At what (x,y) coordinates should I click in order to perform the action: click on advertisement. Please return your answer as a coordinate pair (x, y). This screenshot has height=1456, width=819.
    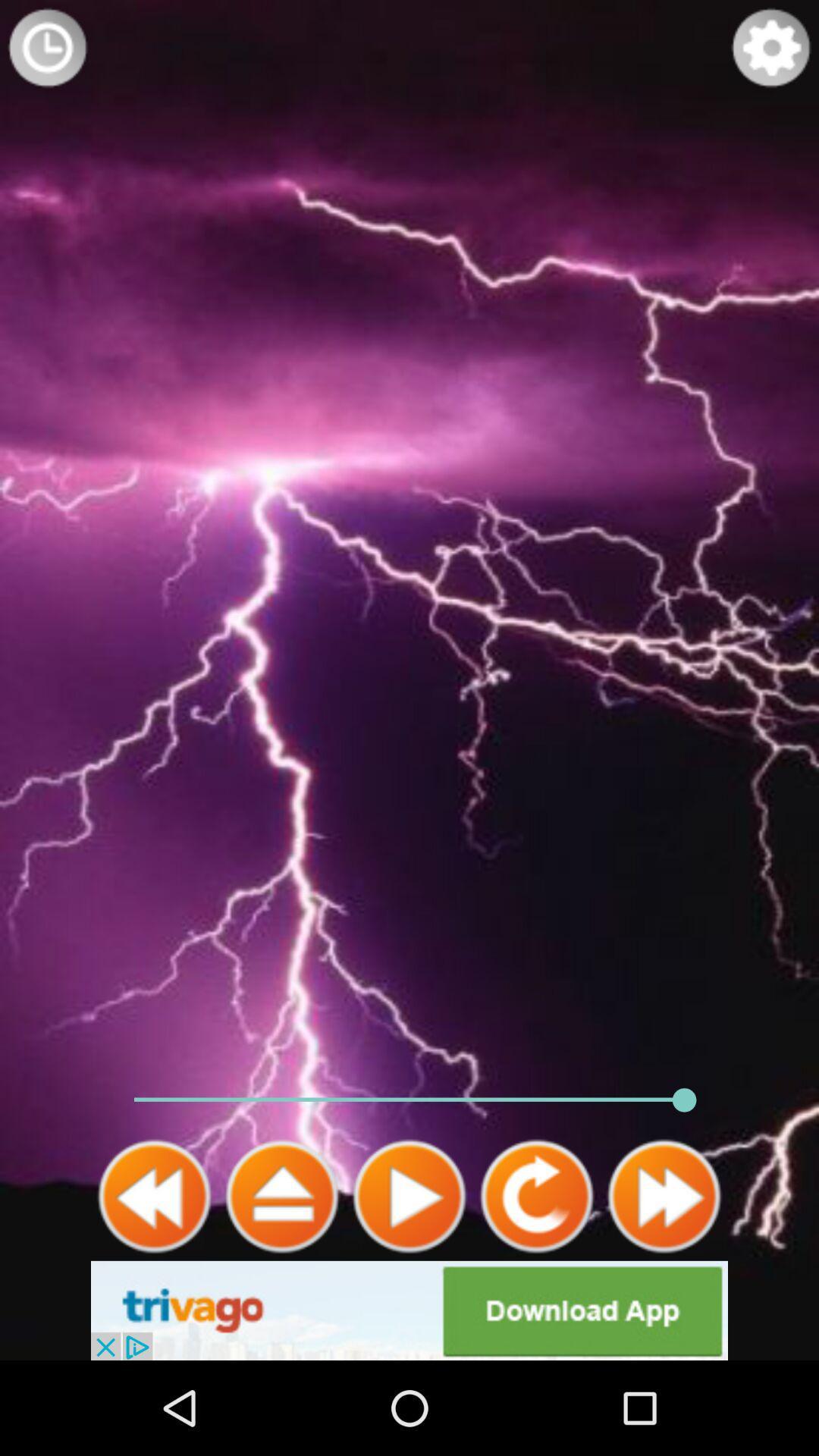
    Looking at the image, I should click on (409, 1310).